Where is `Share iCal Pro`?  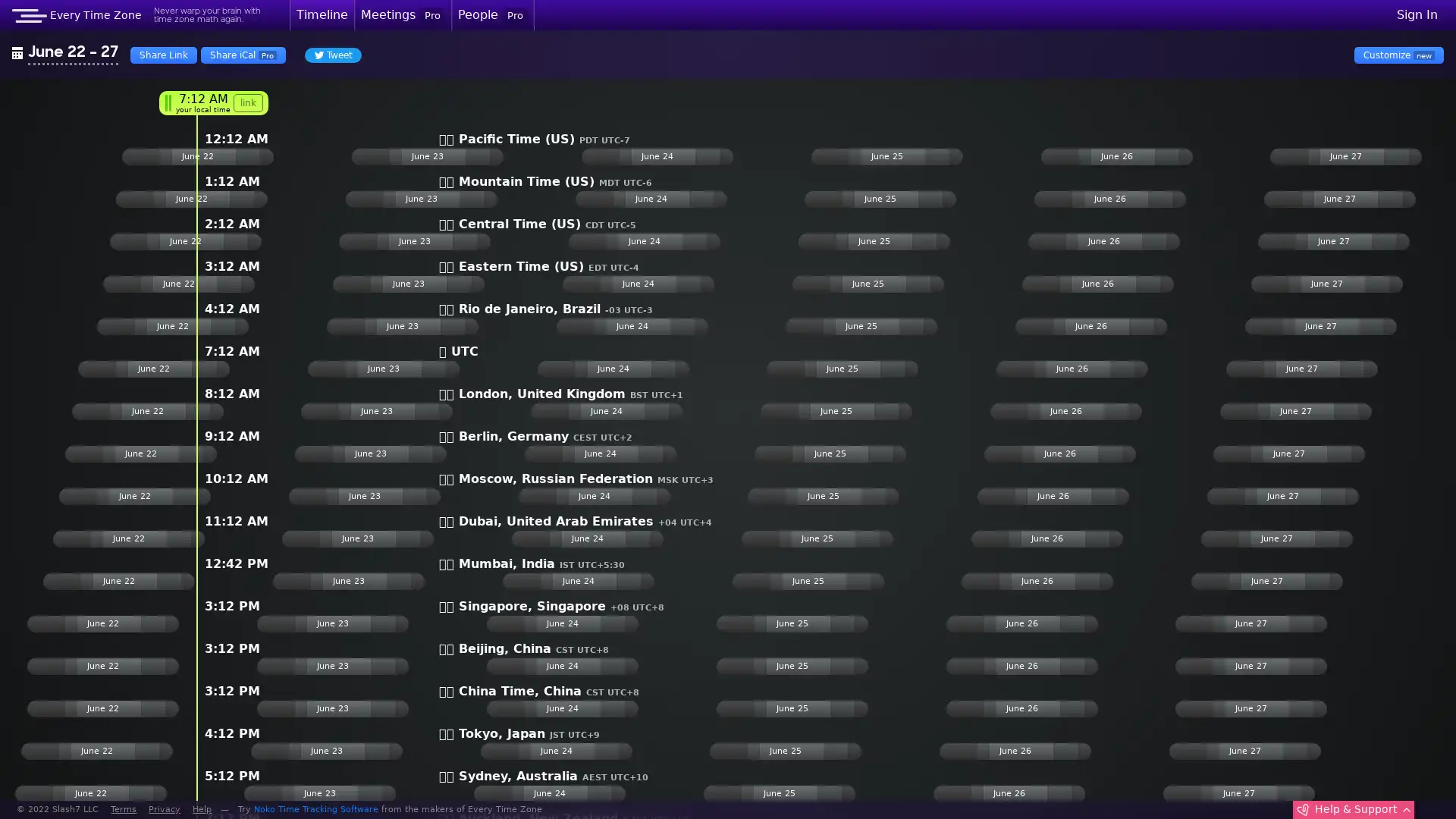
Share iCal Pro is located at coordinates (243, 54).